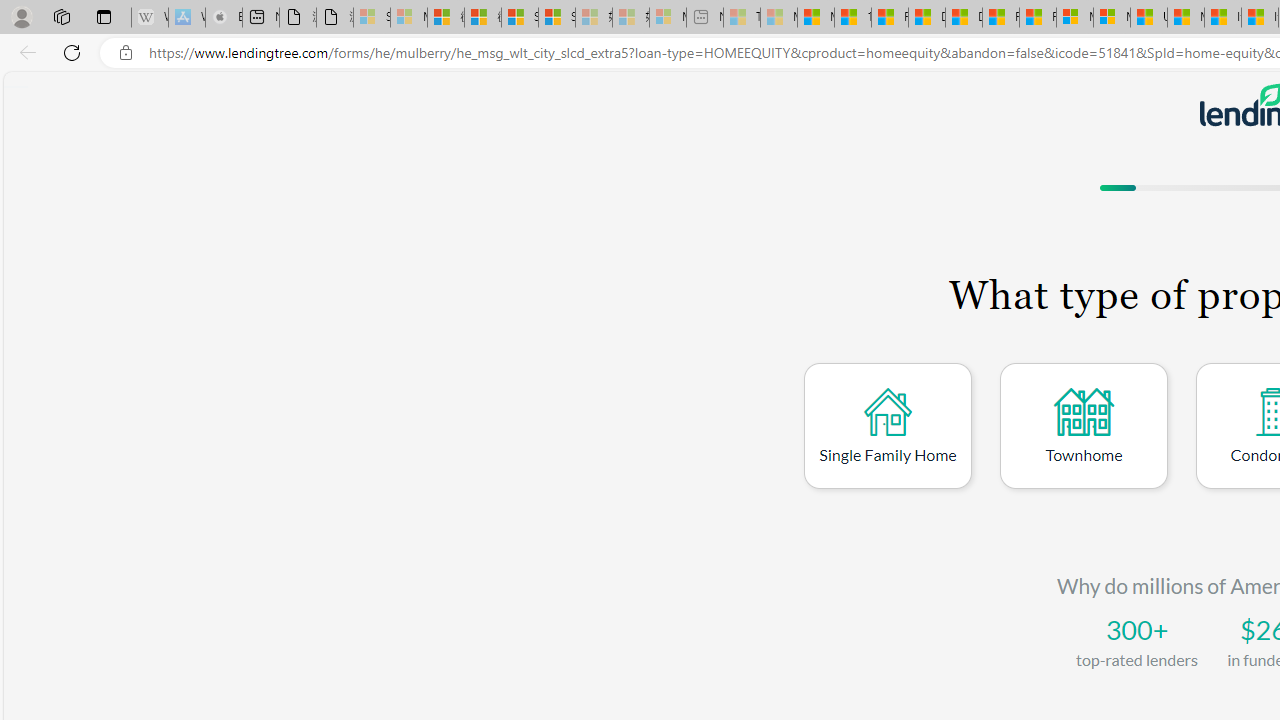 The height and width of the screenshot is (720, 1280). Describe the element at coordinates (372, 17) in the screenshot. I see `'Sign in to your Microsoft account - Sleeping'` at that location.